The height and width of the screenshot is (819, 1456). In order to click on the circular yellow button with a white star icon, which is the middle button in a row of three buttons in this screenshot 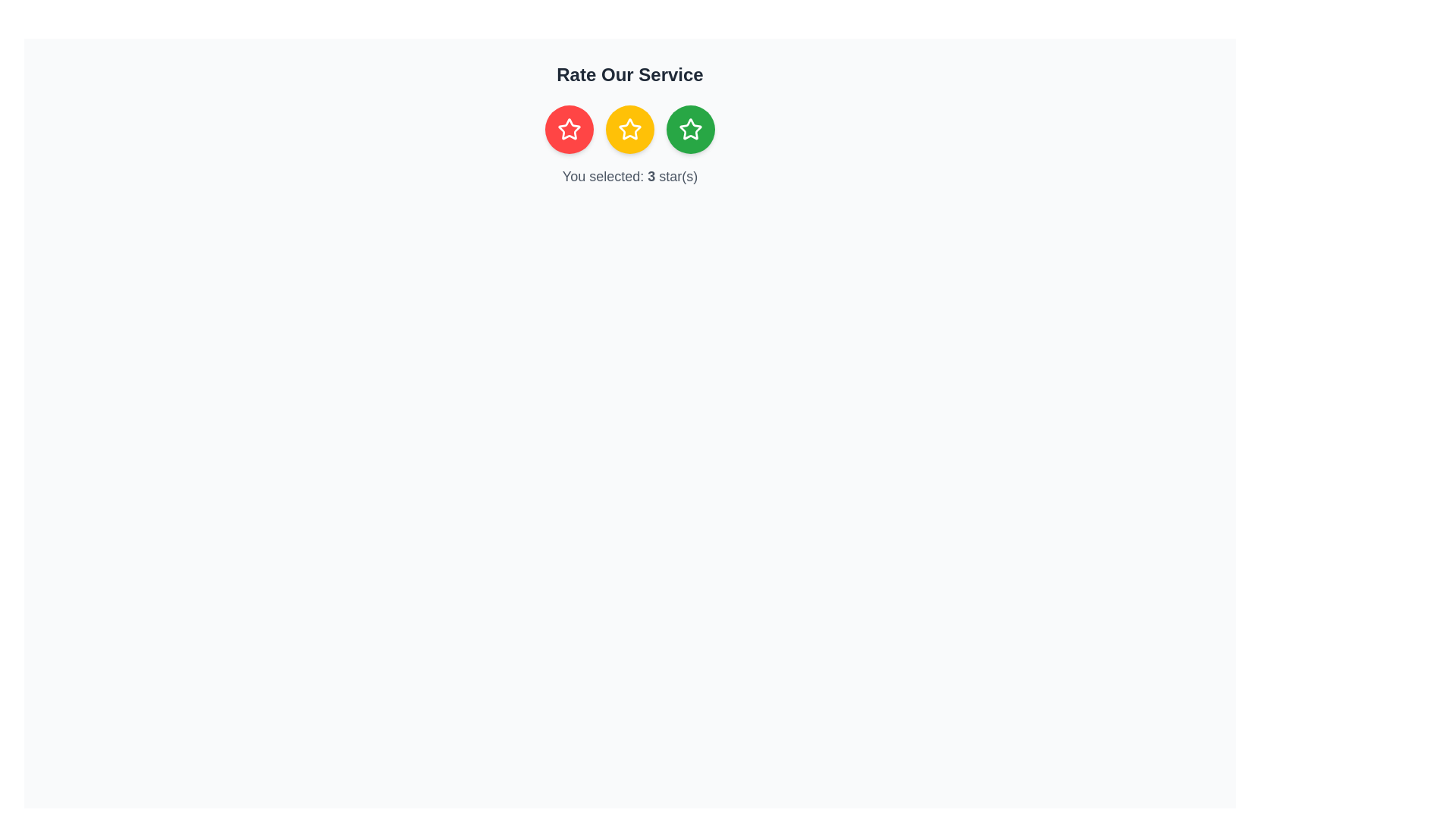, I will do `click(629, 128)`.